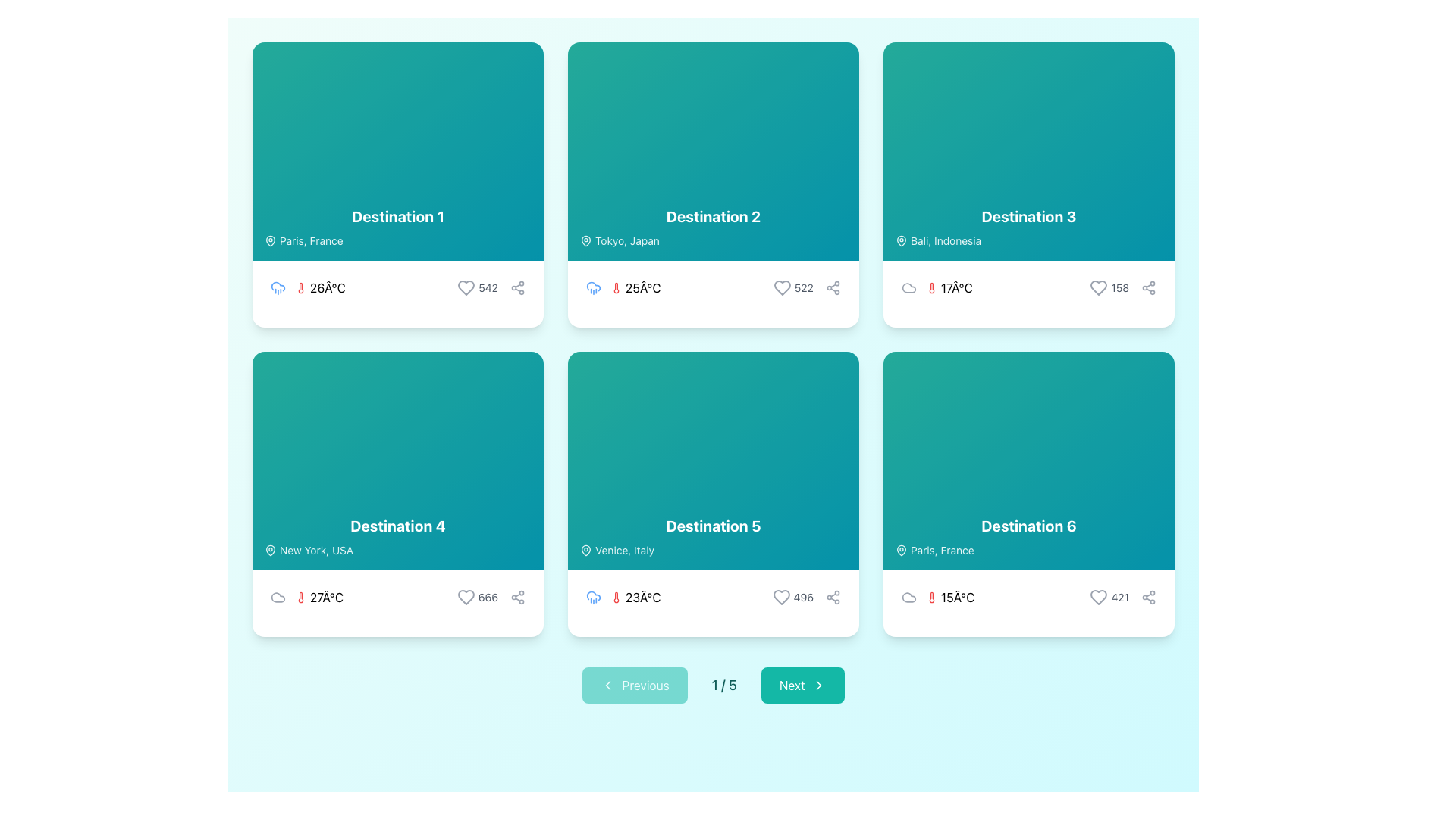 The image size is (1456, 819). What do you see at coordinates (1109, 288) in the screenshot?
I see `the heart icon in the interactive button located in the third card (Destination 3) to observe the color transition from light gray to red` at bounding box center [1109, 288].